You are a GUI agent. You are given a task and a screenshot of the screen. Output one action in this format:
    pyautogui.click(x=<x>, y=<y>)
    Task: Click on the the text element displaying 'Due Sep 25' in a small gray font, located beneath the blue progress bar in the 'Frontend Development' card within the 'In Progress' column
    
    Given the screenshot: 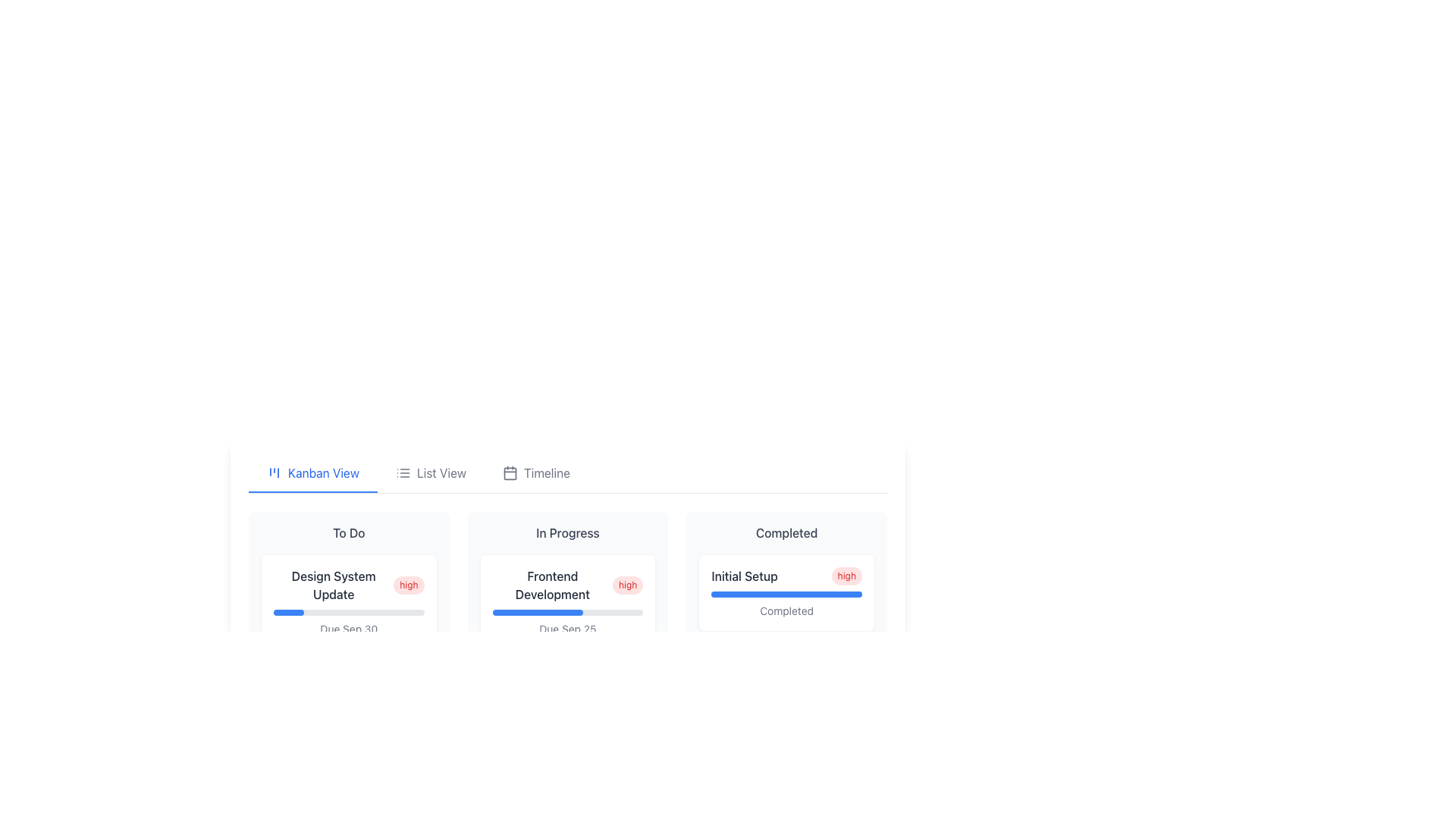 What is the action you would take?
    pyautogui.click(x=566, y=629)
    